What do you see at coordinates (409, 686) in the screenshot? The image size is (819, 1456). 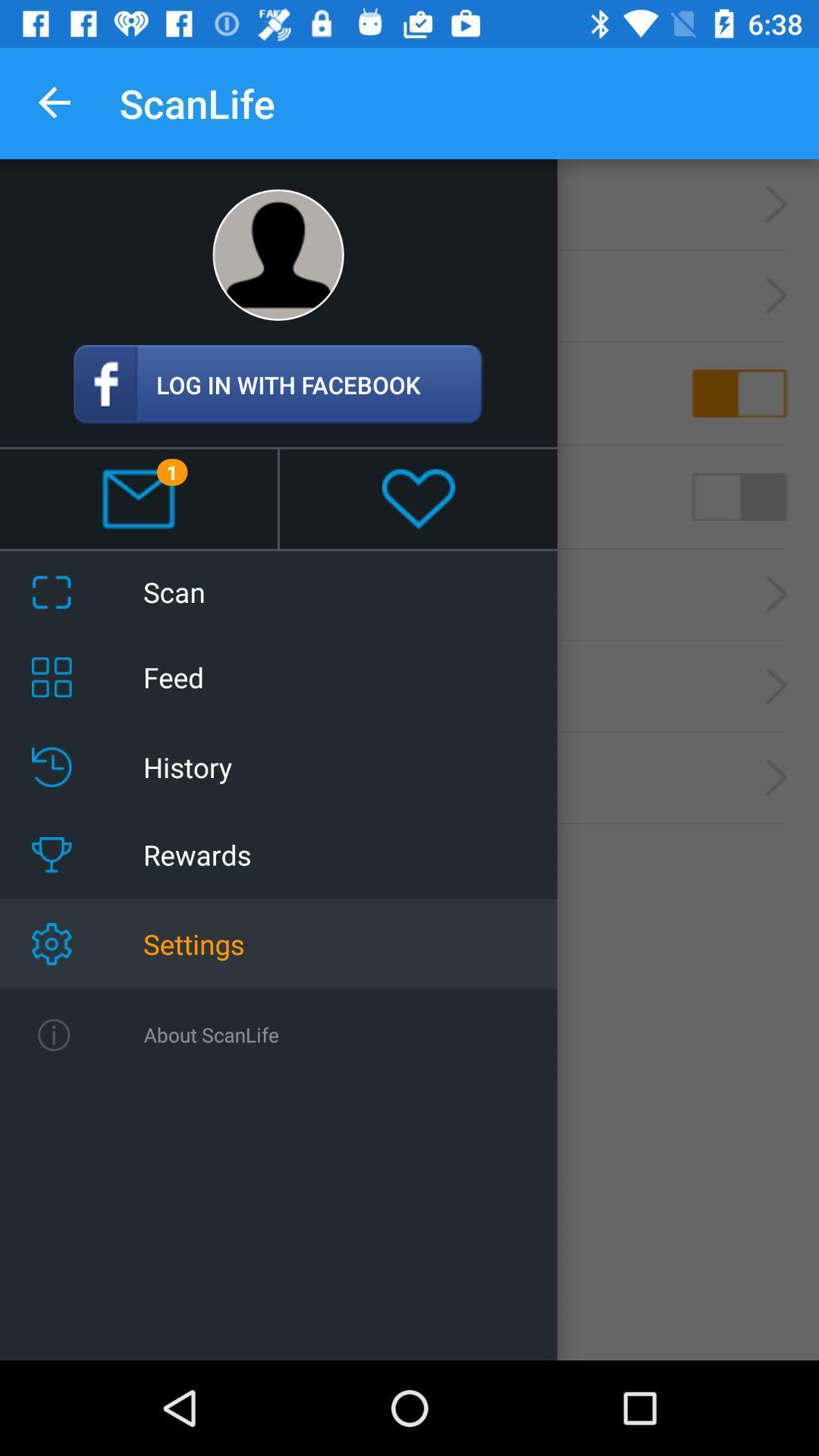 I see `the option below the scan` at bounding box center [409, 686].